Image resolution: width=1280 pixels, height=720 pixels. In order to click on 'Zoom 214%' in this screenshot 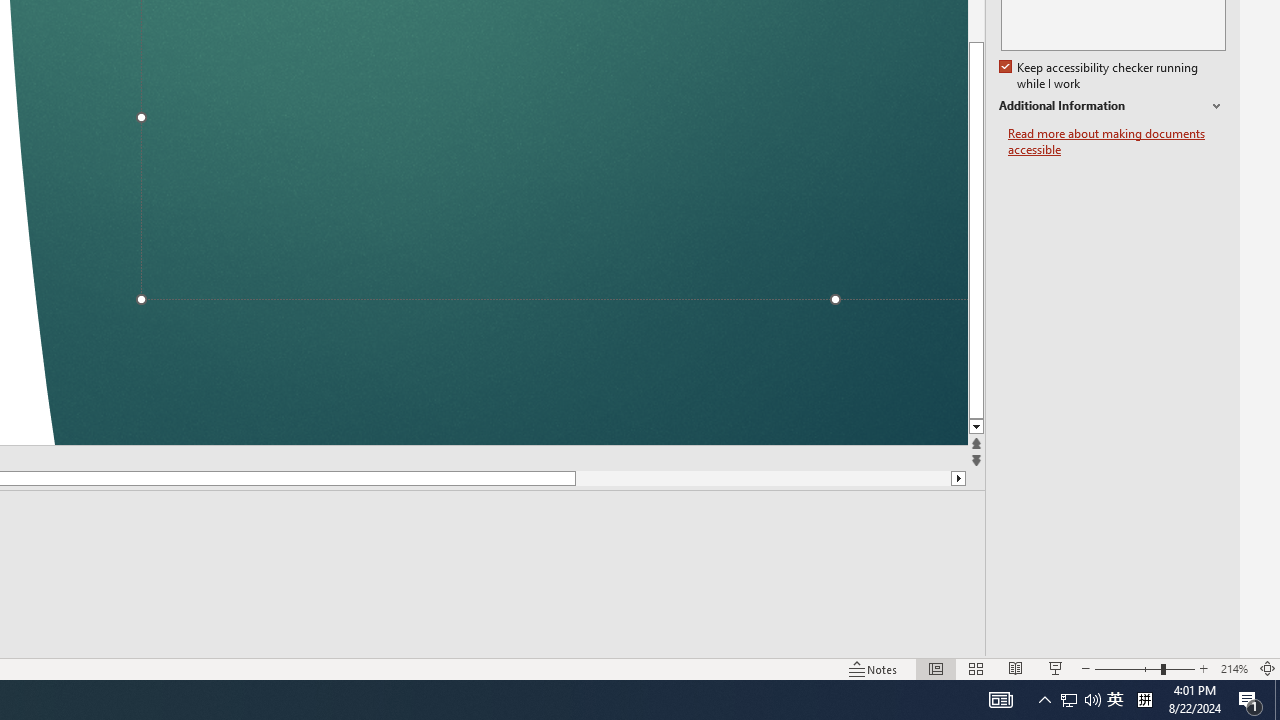, I will do `click(1233, 669)`.